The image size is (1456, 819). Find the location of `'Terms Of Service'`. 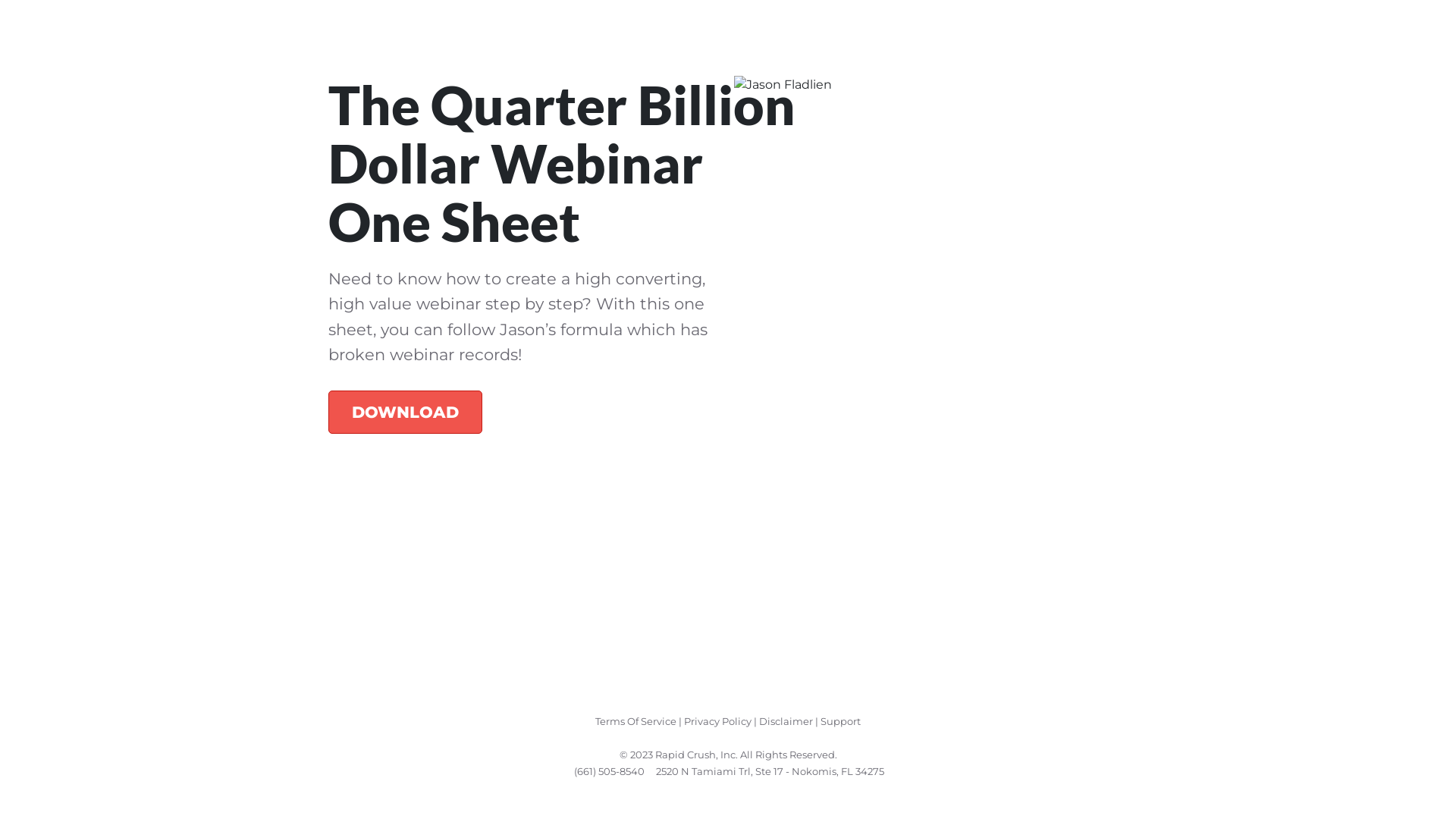

'Terms Of Service' is located at coordinates (635, 720).